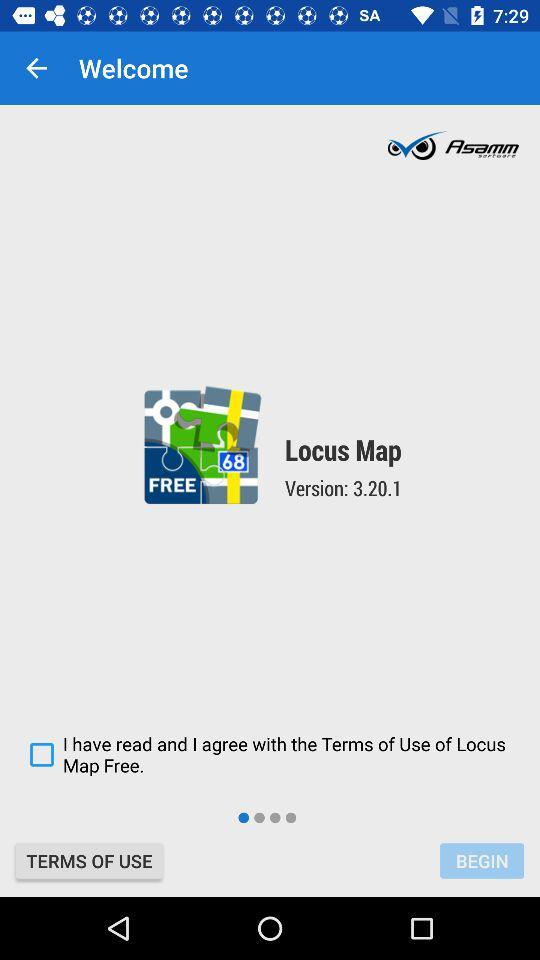 The image size is (540, 960). What do you see at coordinates (36, 68) in the screenshot?
I see `the app next to welcome icon` at bounding box center [36, 68].